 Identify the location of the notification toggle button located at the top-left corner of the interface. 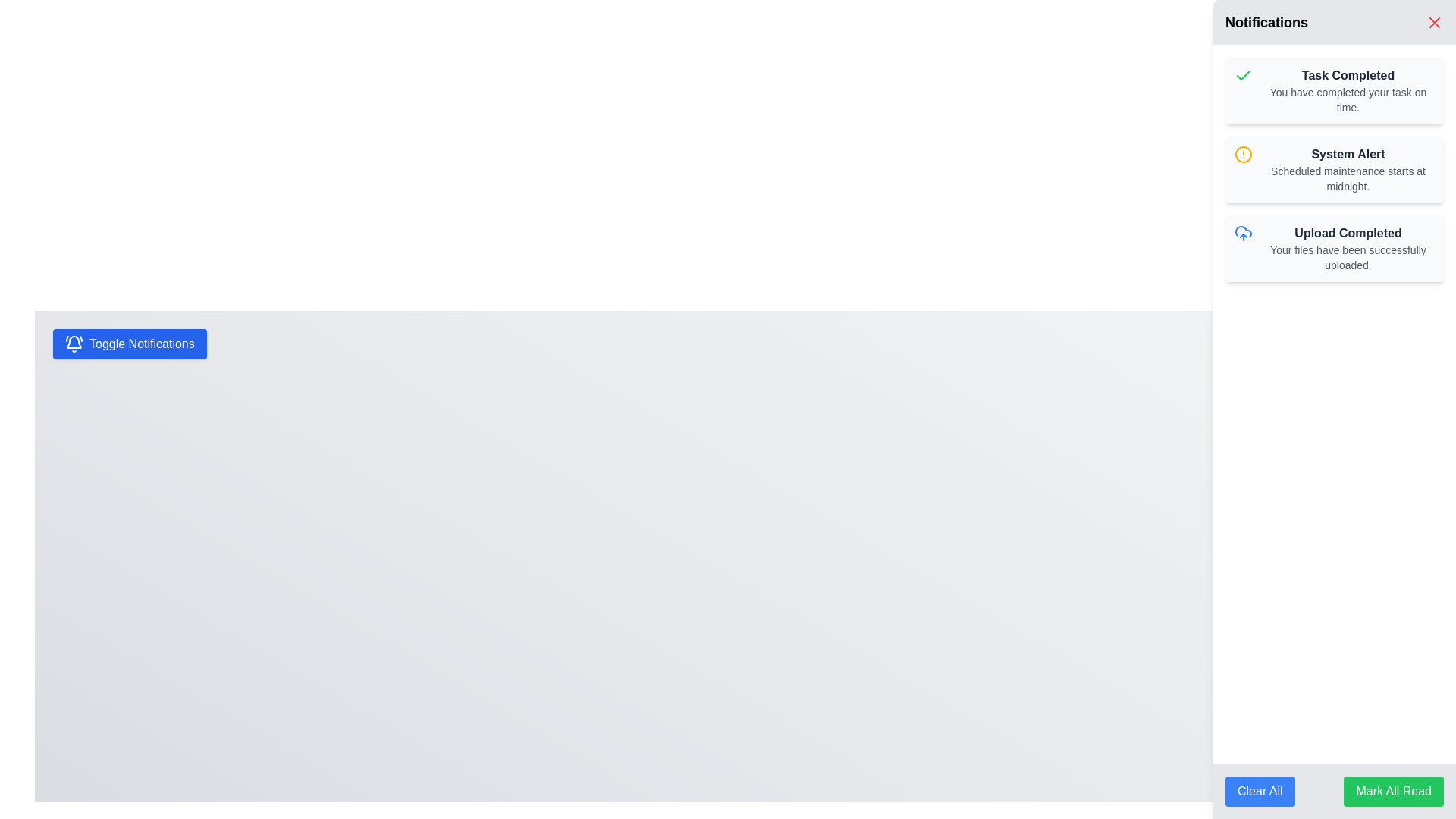
(130, 344).